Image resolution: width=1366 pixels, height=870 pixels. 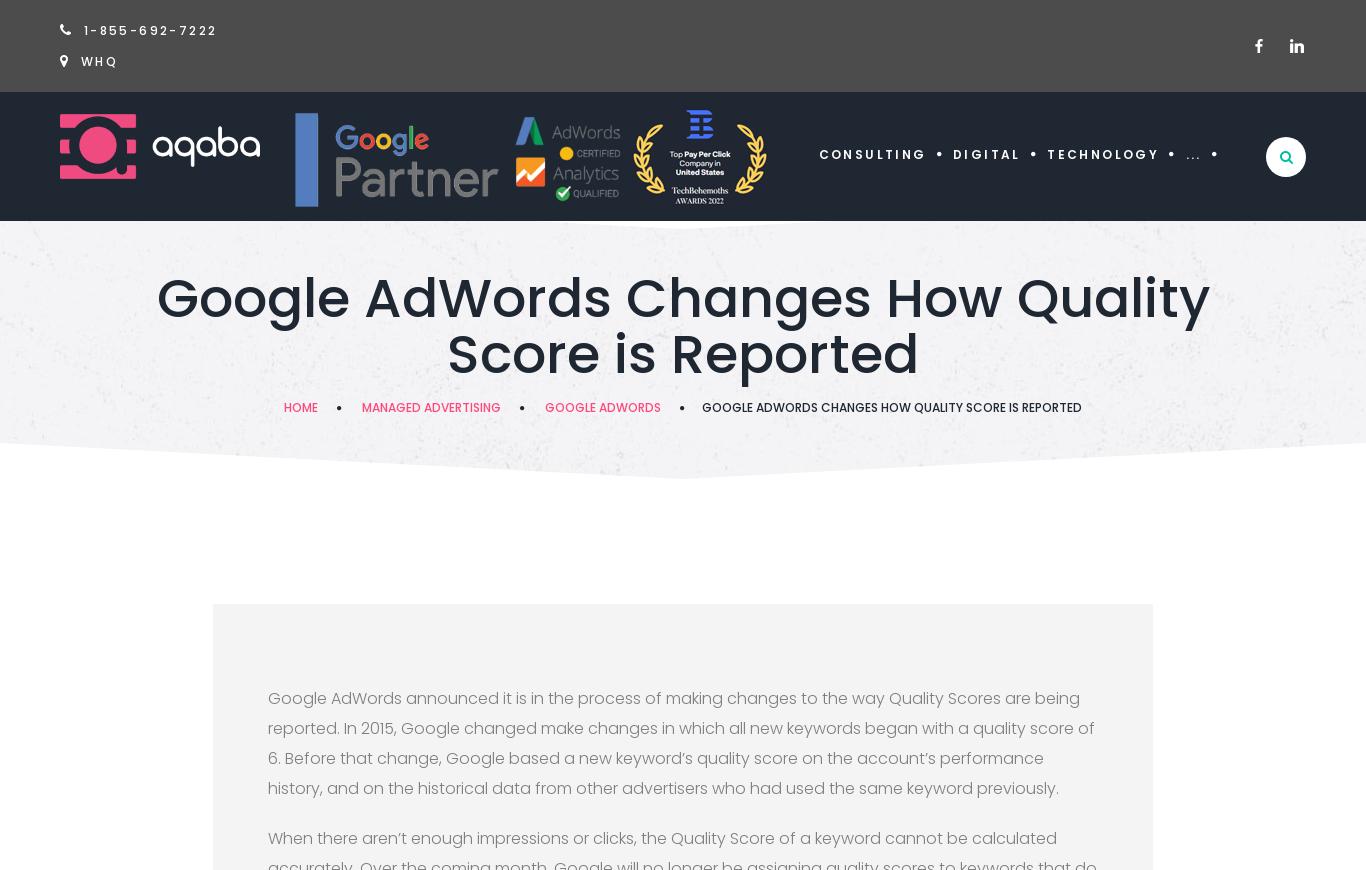 I want to click on '...', so click(x=1193, y=153).